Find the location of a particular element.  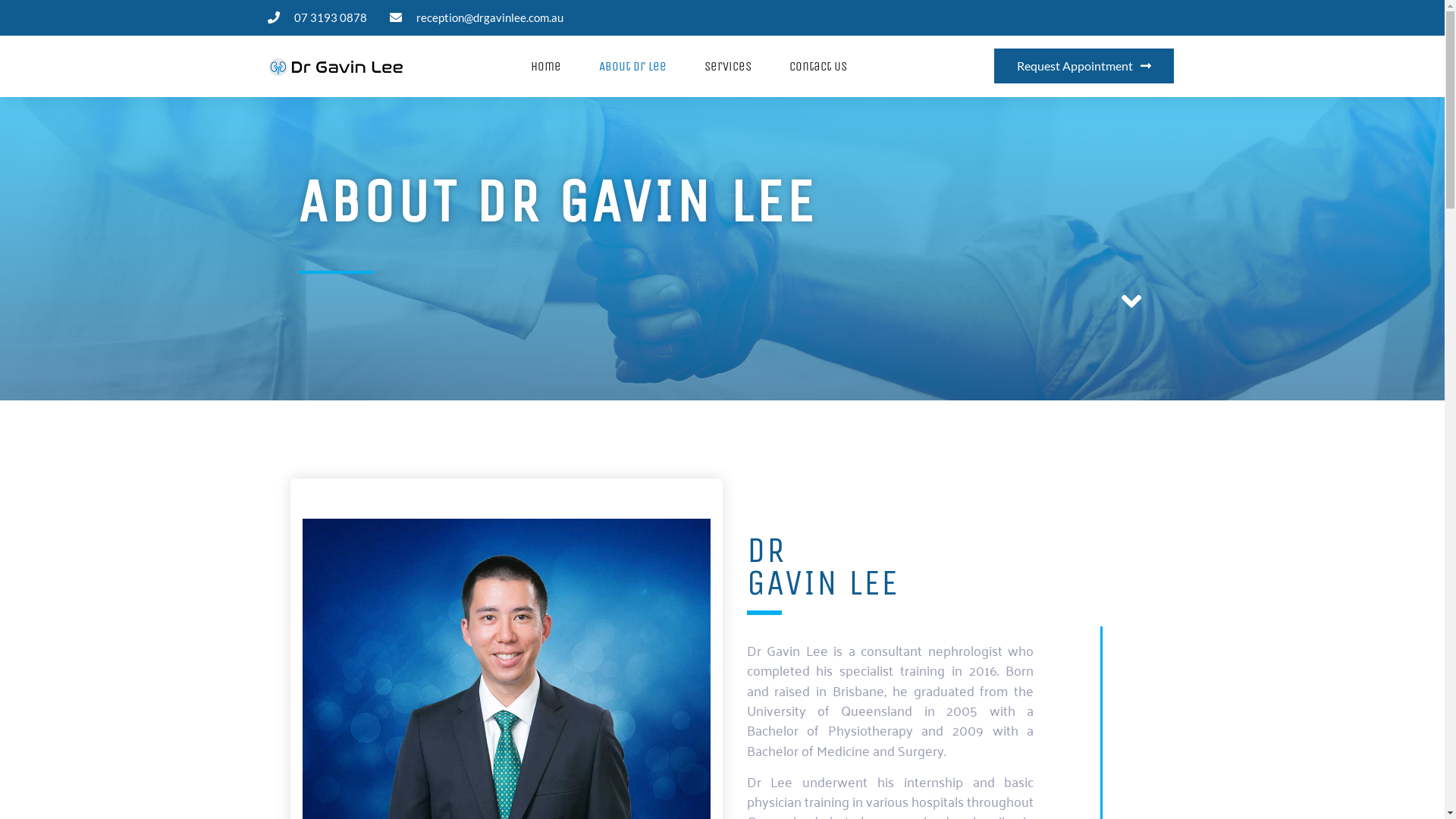

'About Dr Lee' is located at coordinates (632, 65).